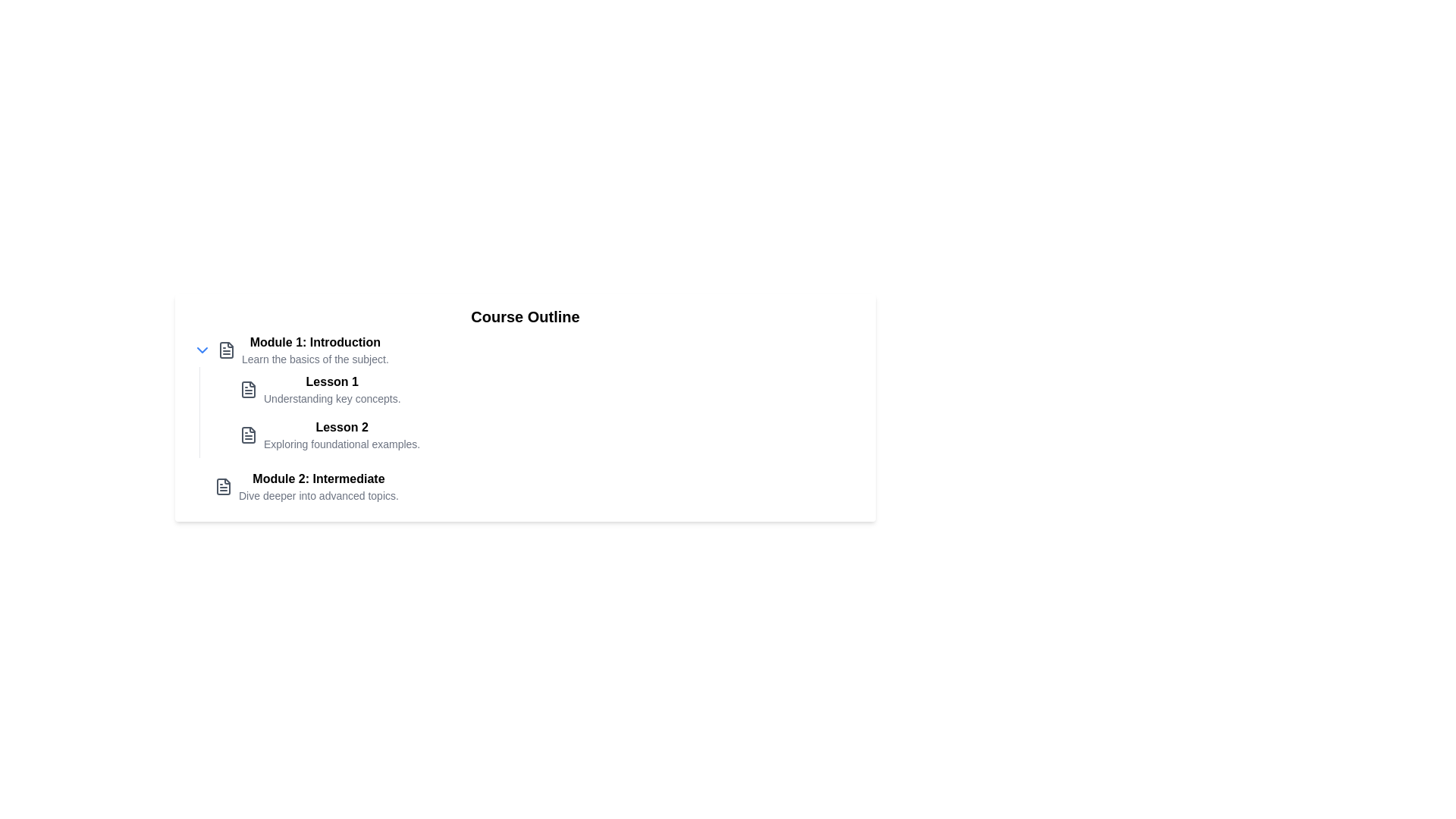  What do you see at coordinates (535, 435) in the screenshot?
I see `the second list item in the course outline` at bounding box center [535, 435].